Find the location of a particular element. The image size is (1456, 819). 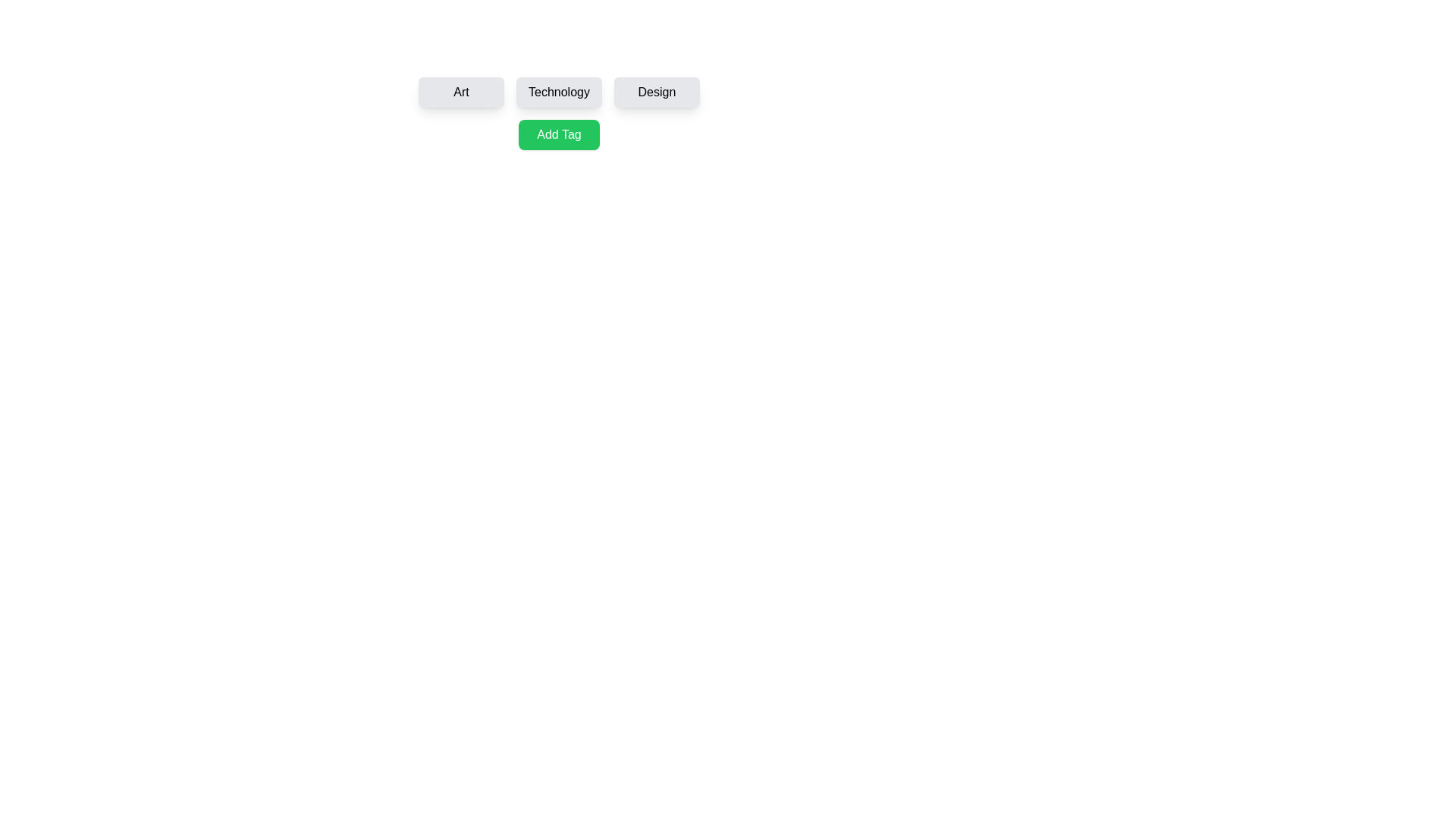

the tag labeled Art to select it is located at coordinates (460, 93).